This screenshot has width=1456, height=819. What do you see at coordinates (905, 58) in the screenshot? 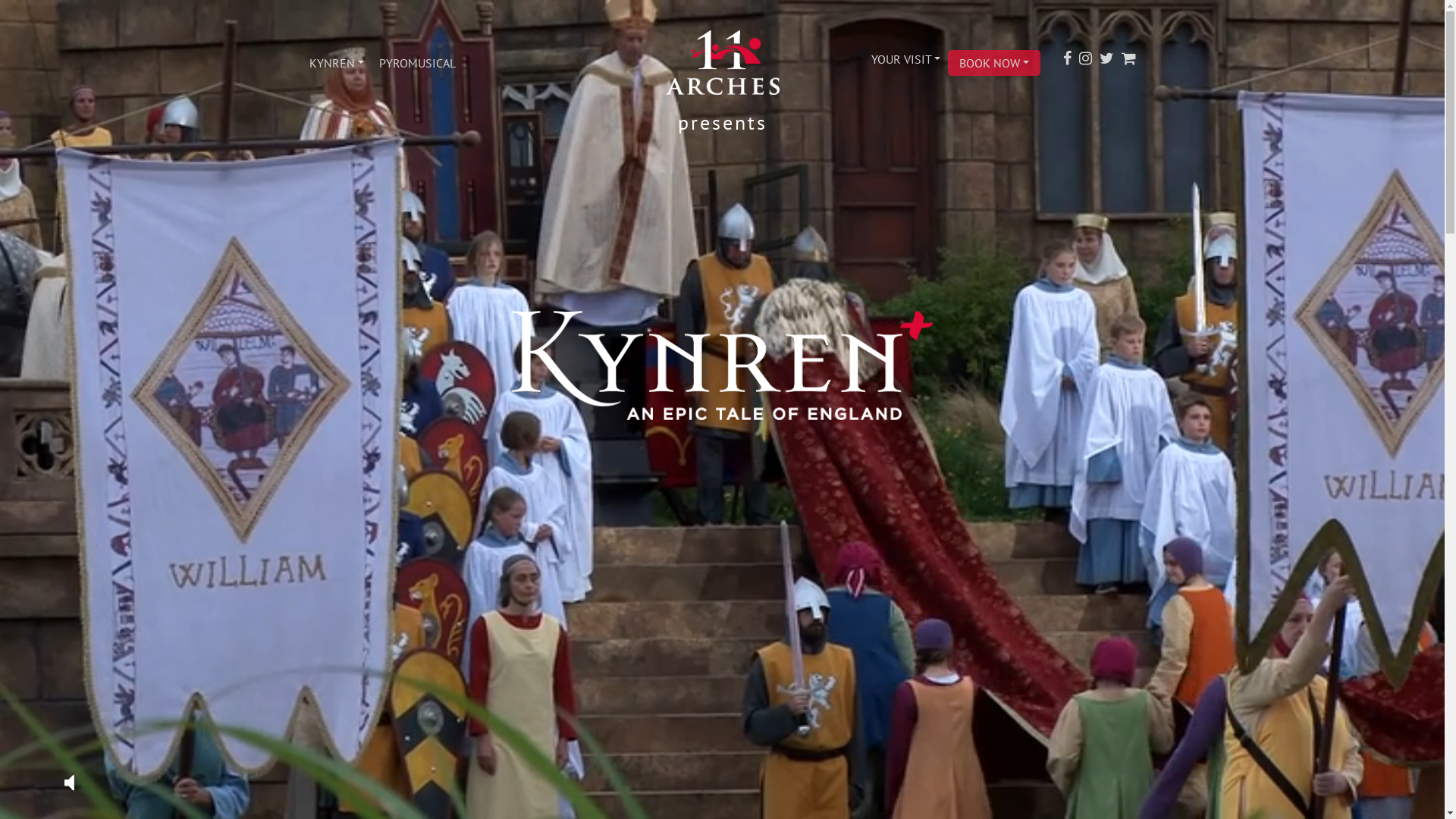
I see `'YOUR VISIT'` at bounding box center [905, 58].